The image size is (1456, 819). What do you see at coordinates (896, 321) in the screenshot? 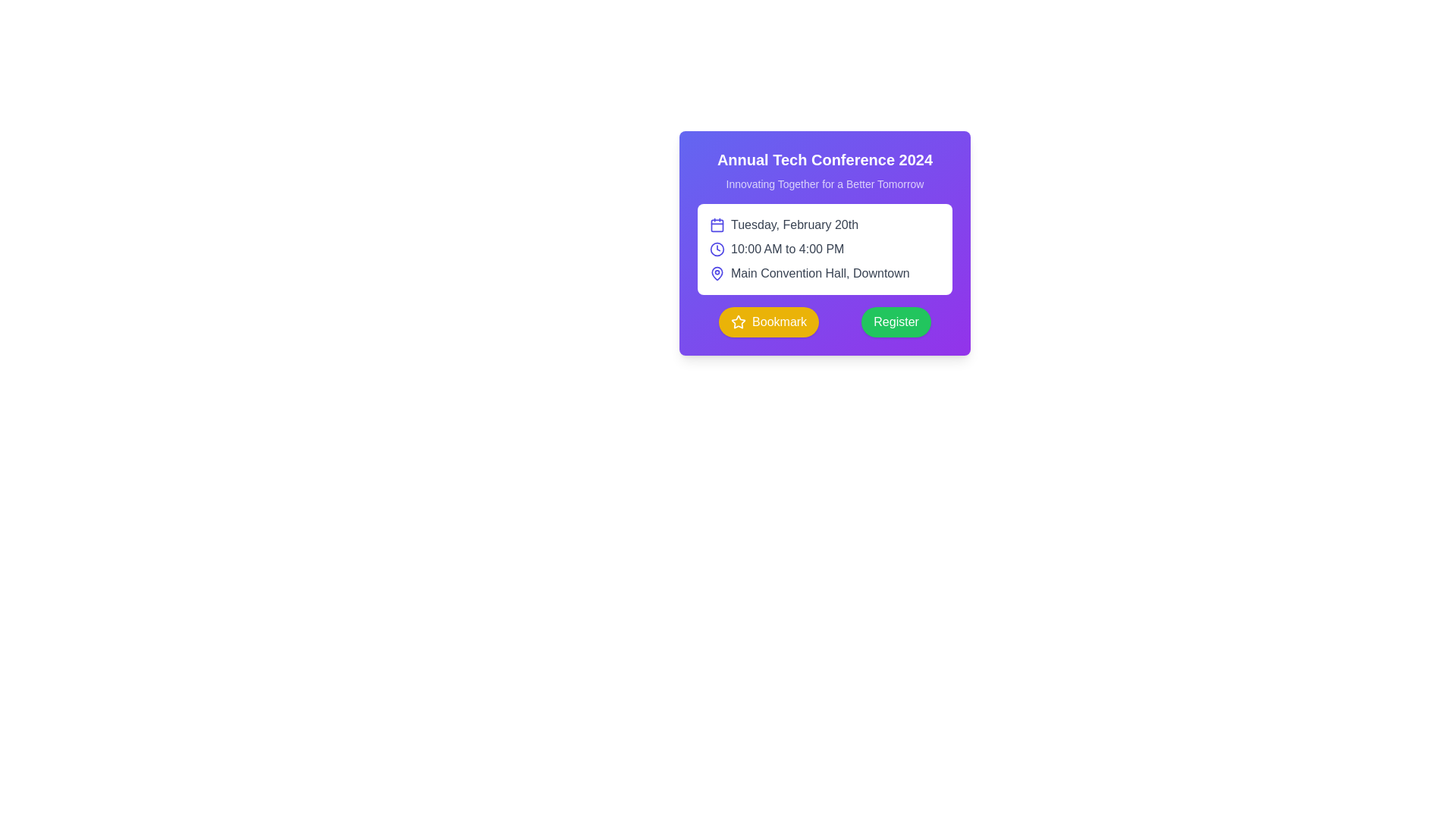
I see `the 'Register' button, which is a rounded rectangle with white text on a green background, located within the purple card at the bottom right of the card, to initiate the registration process` at bounding box center [896, 321].